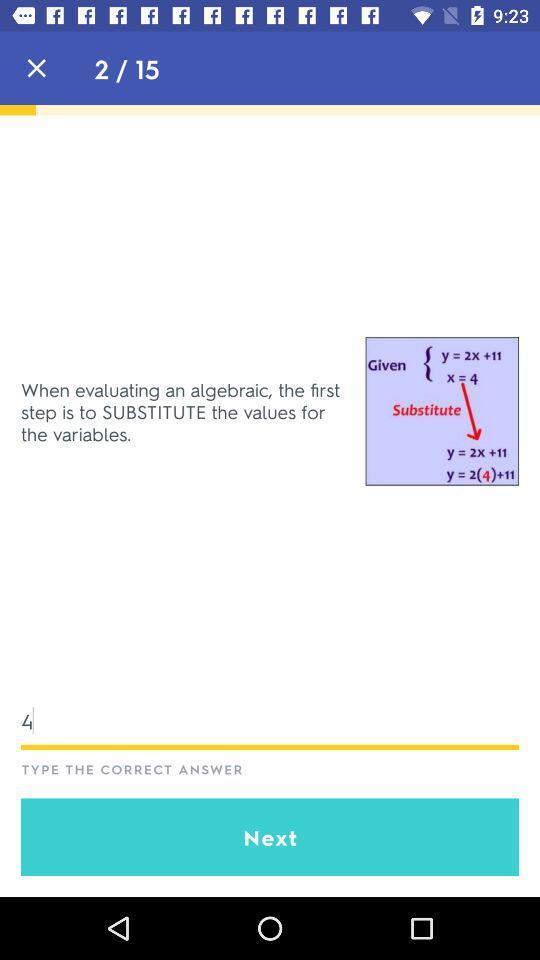  What do you see at coordinates (270, 837) in the screenshot?
I see `item below the type the correct item` at bounding box center [270, 837].